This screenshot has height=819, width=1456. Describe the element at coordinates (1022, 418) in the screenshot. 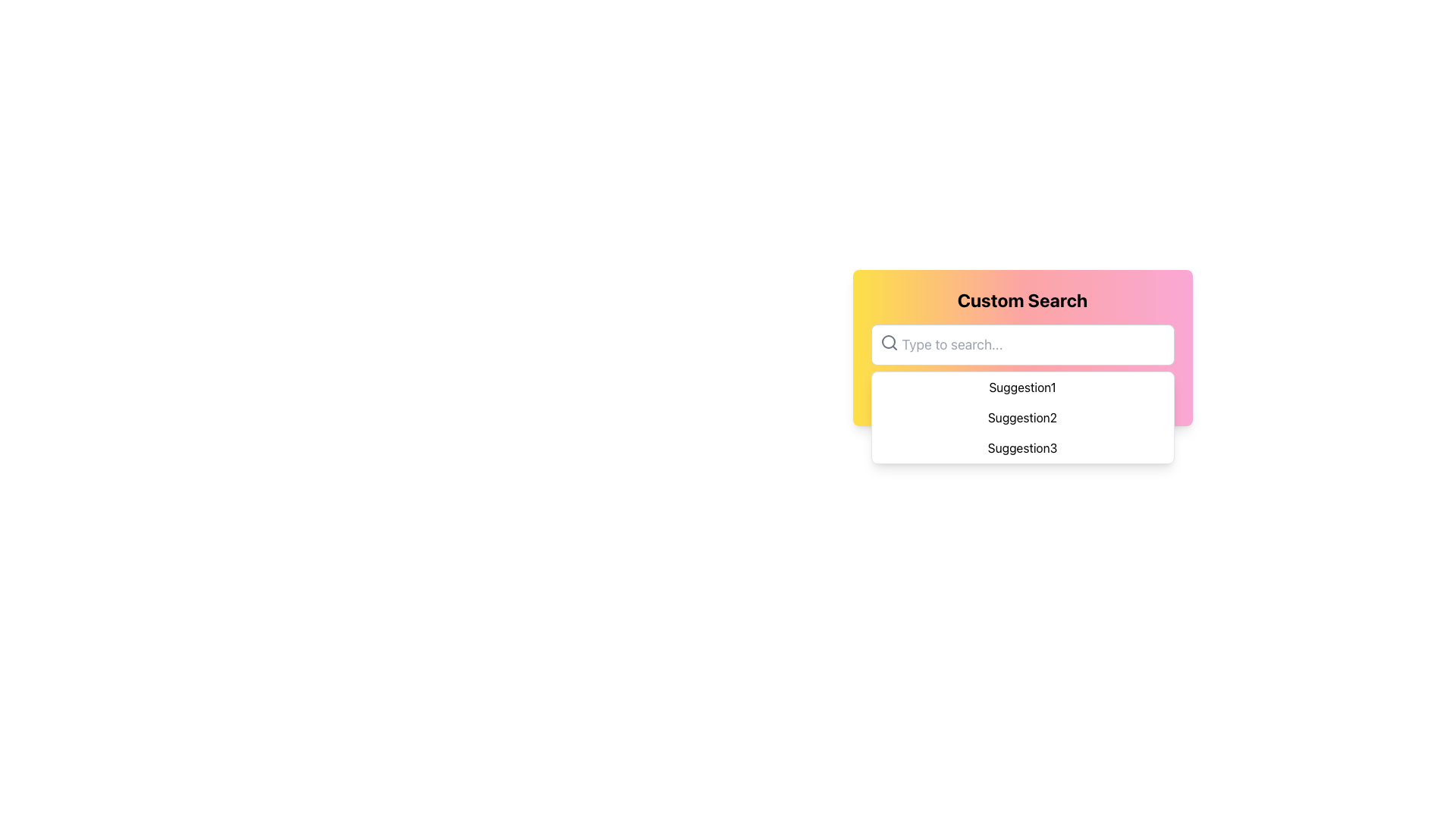

I see `the second suggestion option in the dropdown list, which is located below the search input field and styled with a white background and bordered box shadow` at that location.